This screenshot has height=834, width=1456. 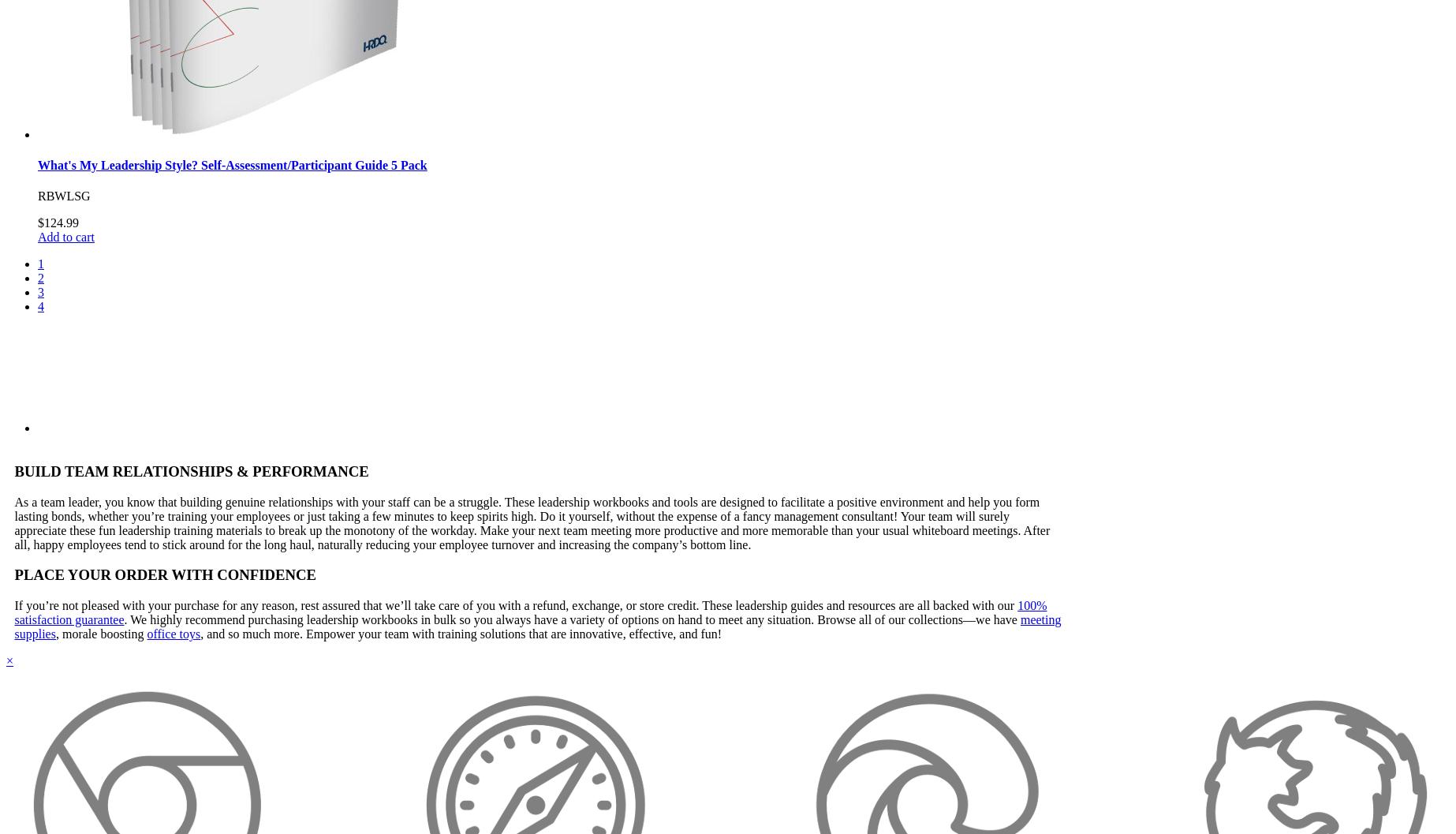 What do you see at coordinates (515, 604) in the screenshot?
I see `'If you’re not pleased with your purchase for any reason, rest assured that we’ll take care of you with a refund, exchange, or store credit. These leadership guides and resources are all backed with our'` at bounding box center [515, 604].